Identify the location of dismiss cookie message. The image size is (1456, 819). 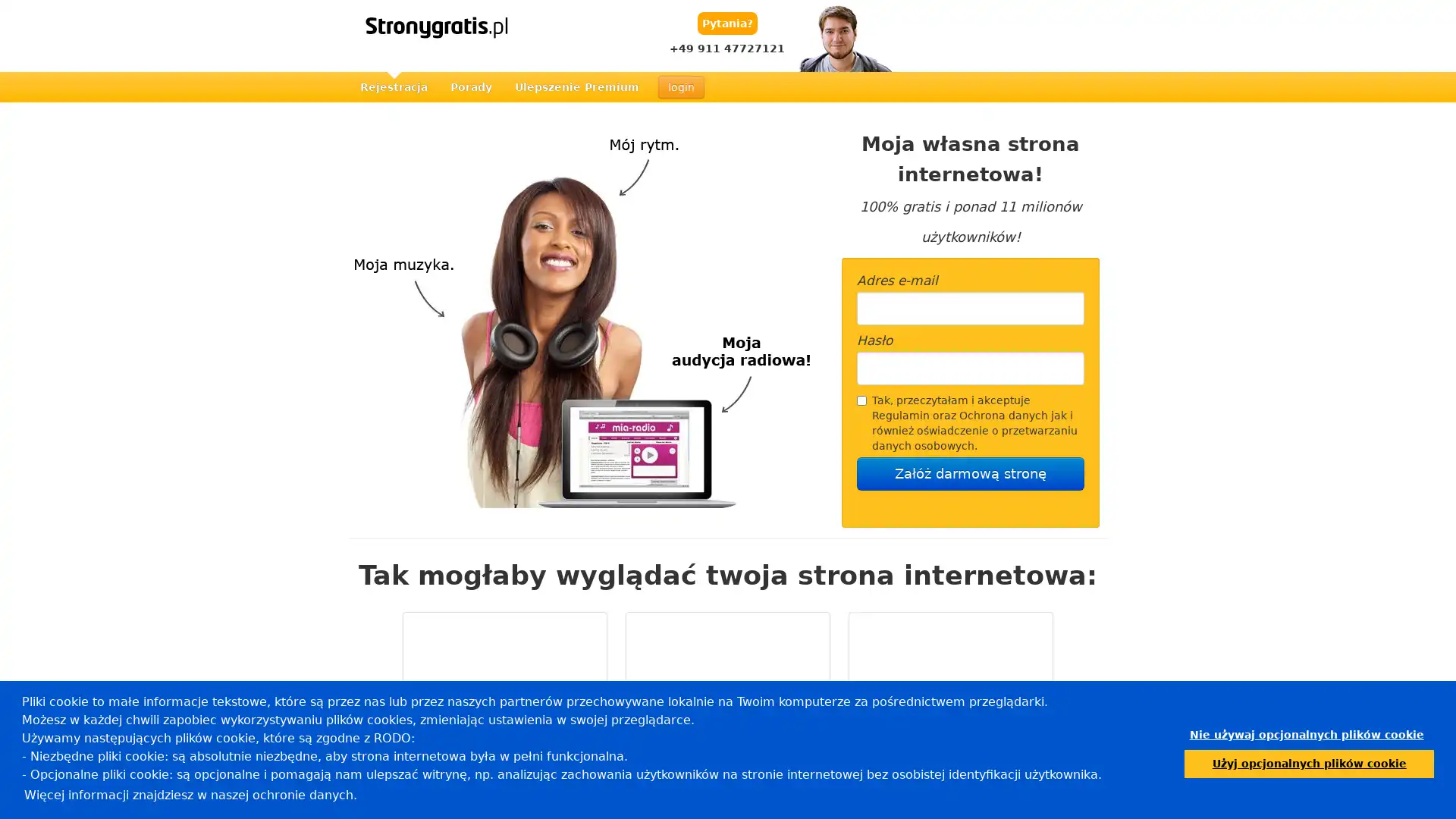
(1306, 734).